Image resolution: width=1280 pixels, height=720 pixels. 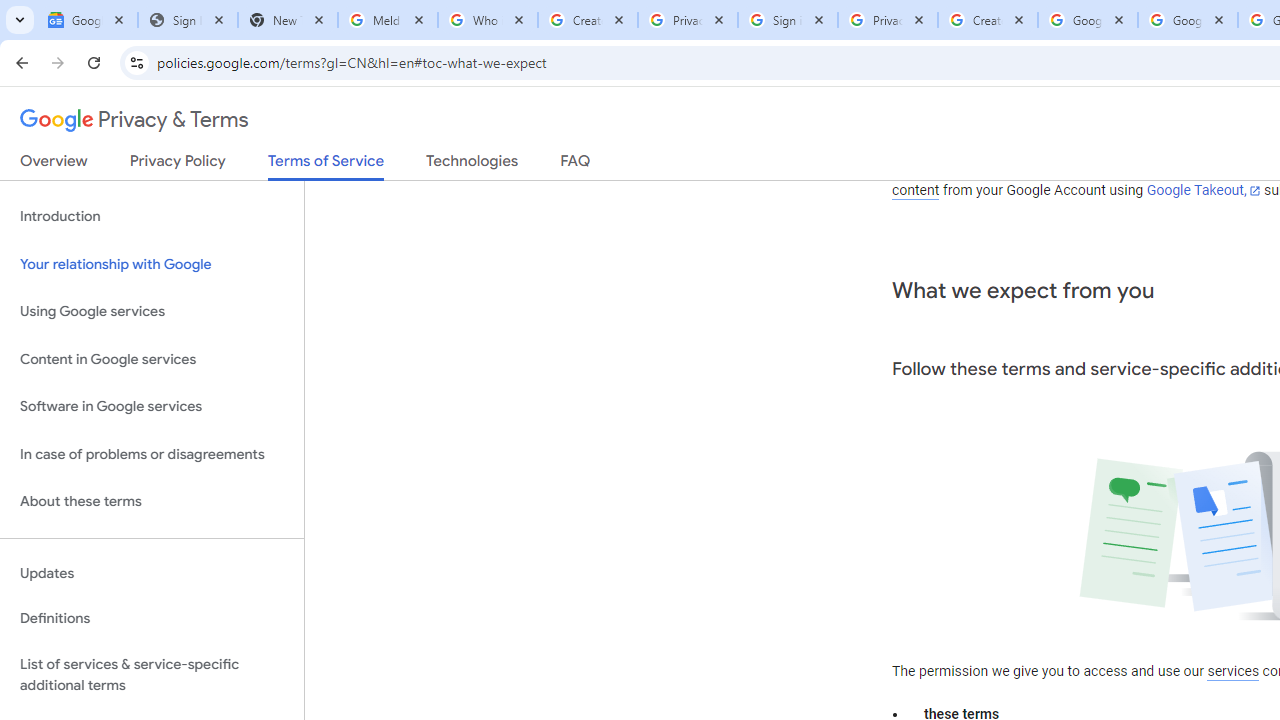 What do you see at coordinates (471, 164) in the screenshot?
I see `'Technologies'` at bounding box center [471, 164].